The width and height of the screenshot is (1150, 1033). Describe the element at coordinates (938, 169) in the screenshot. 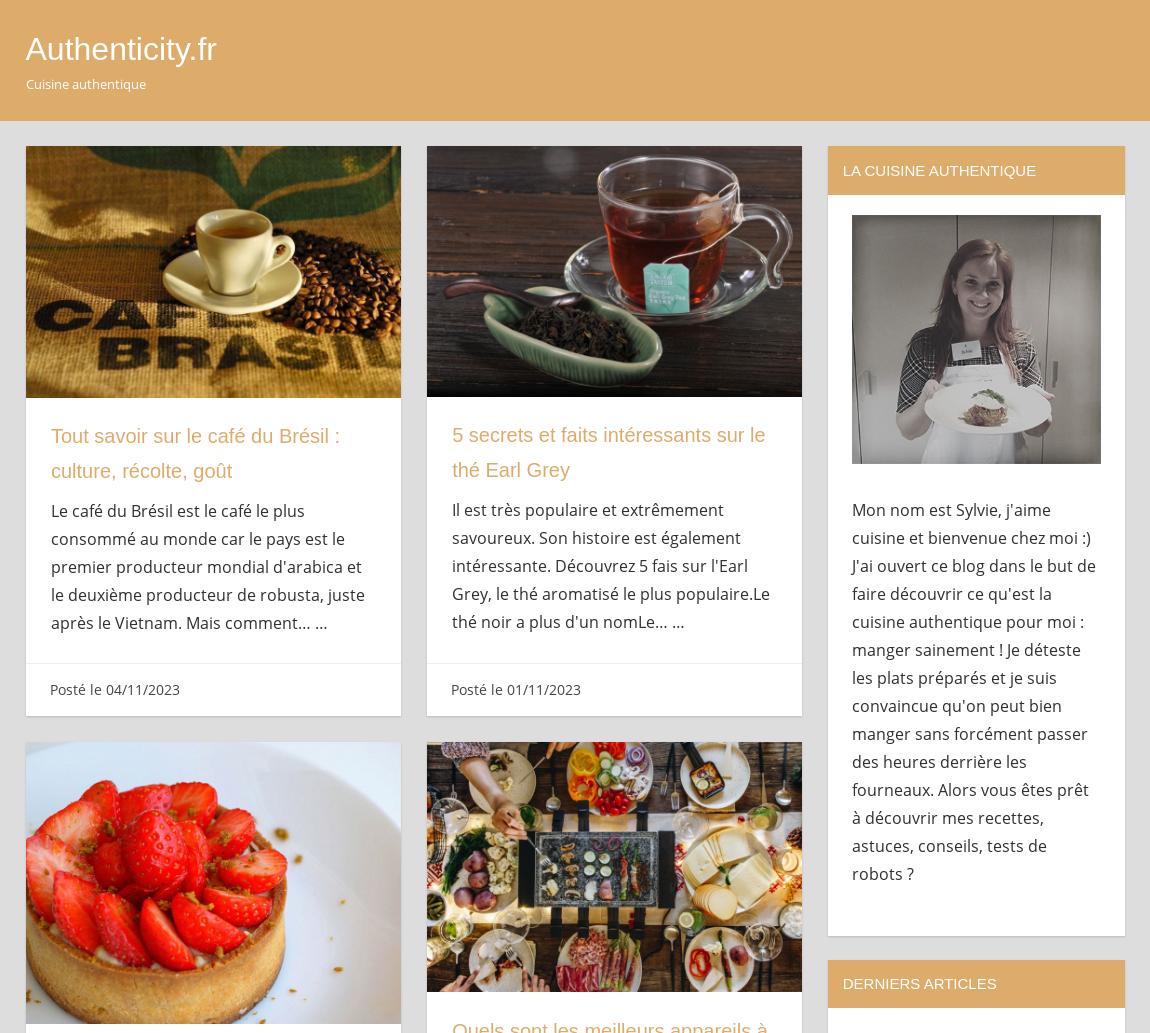

I see `'La cuisine authentique'` at that location.